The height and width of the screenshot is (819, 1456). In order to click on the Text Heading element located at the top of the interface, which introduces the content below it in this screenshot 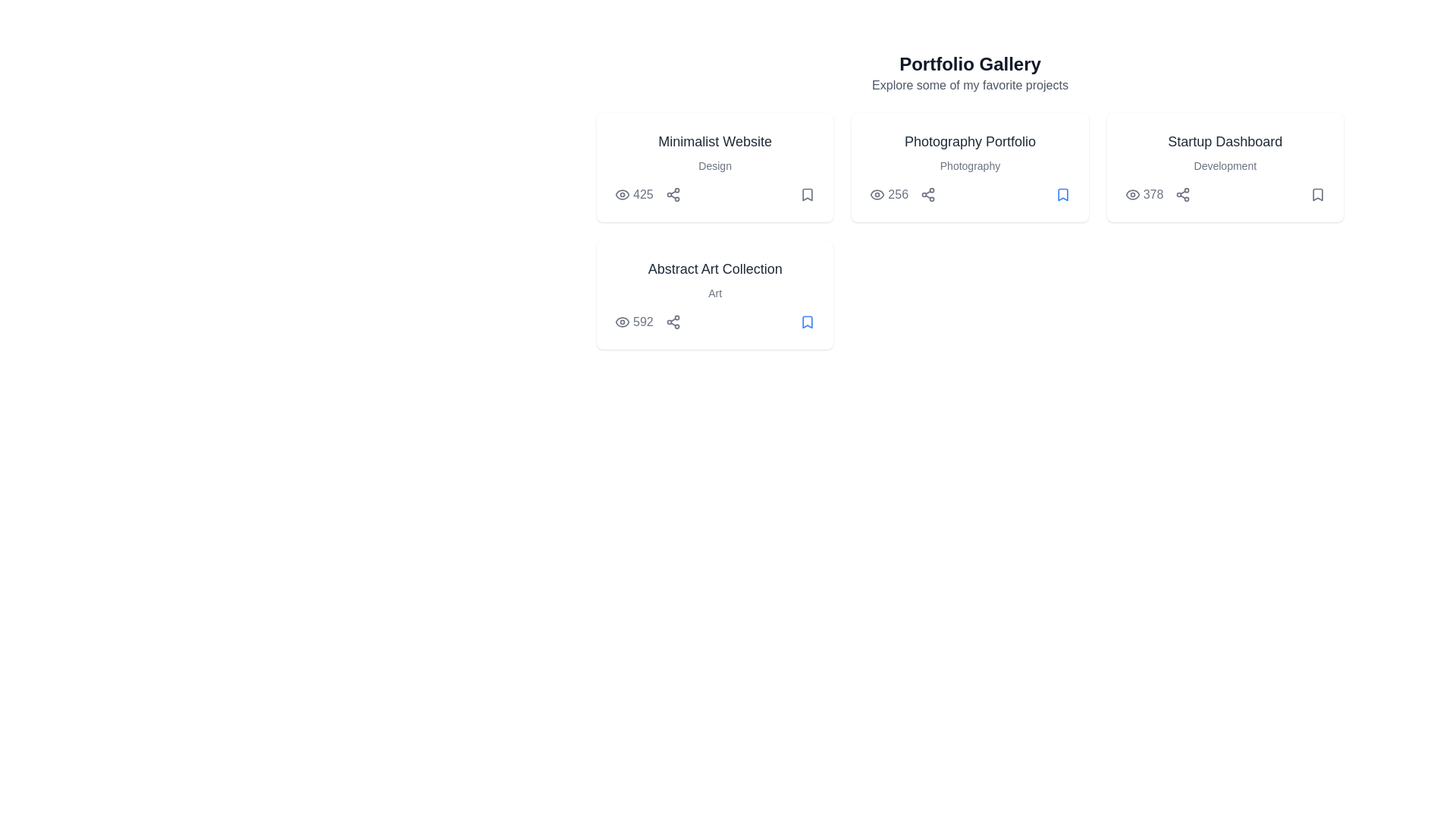, I will do `click(969, 63)`.